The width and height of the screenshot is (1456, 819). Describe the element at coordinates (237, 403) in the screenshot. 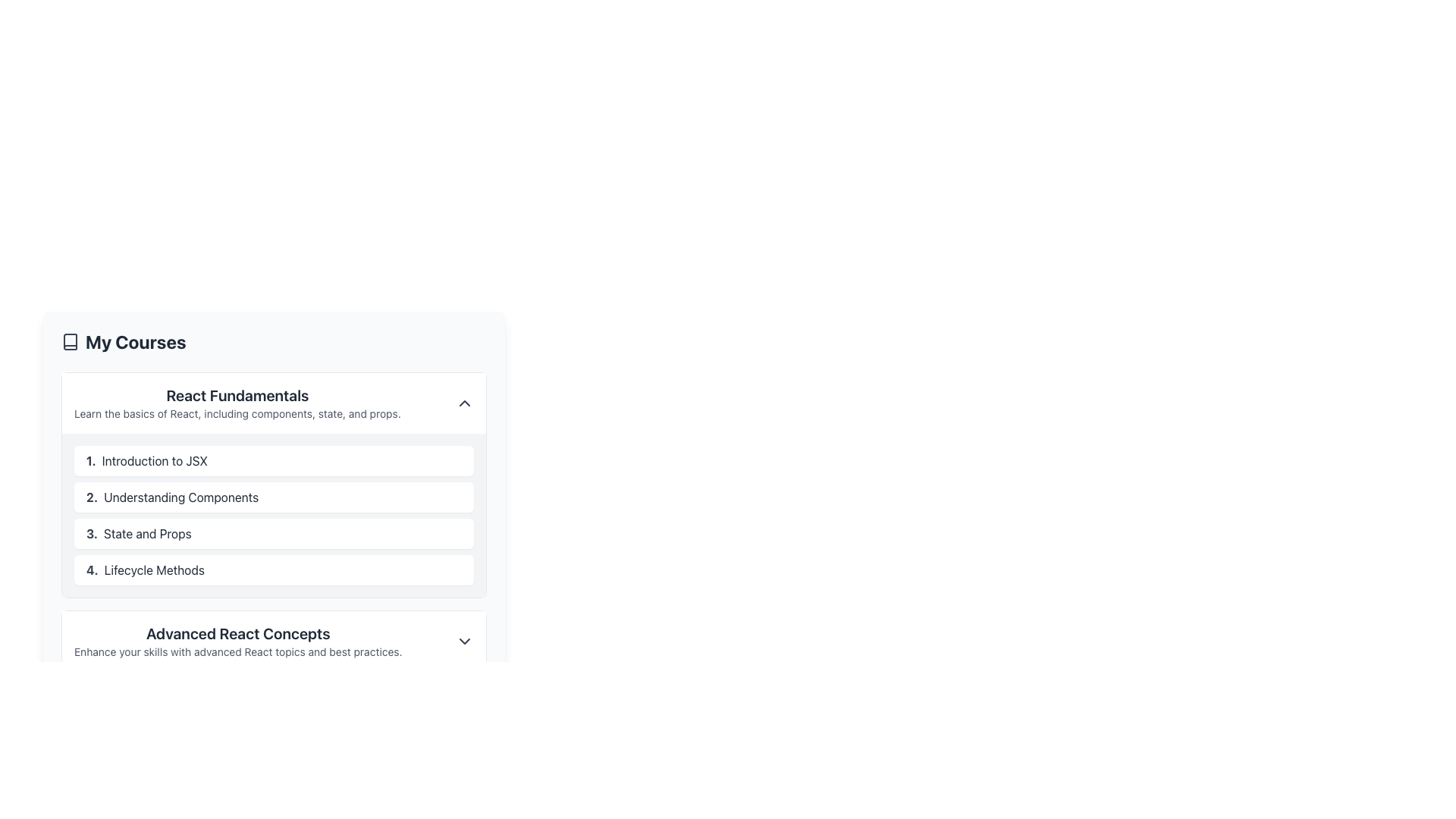

I see `the 'React Fundamentals' text display` at that location.